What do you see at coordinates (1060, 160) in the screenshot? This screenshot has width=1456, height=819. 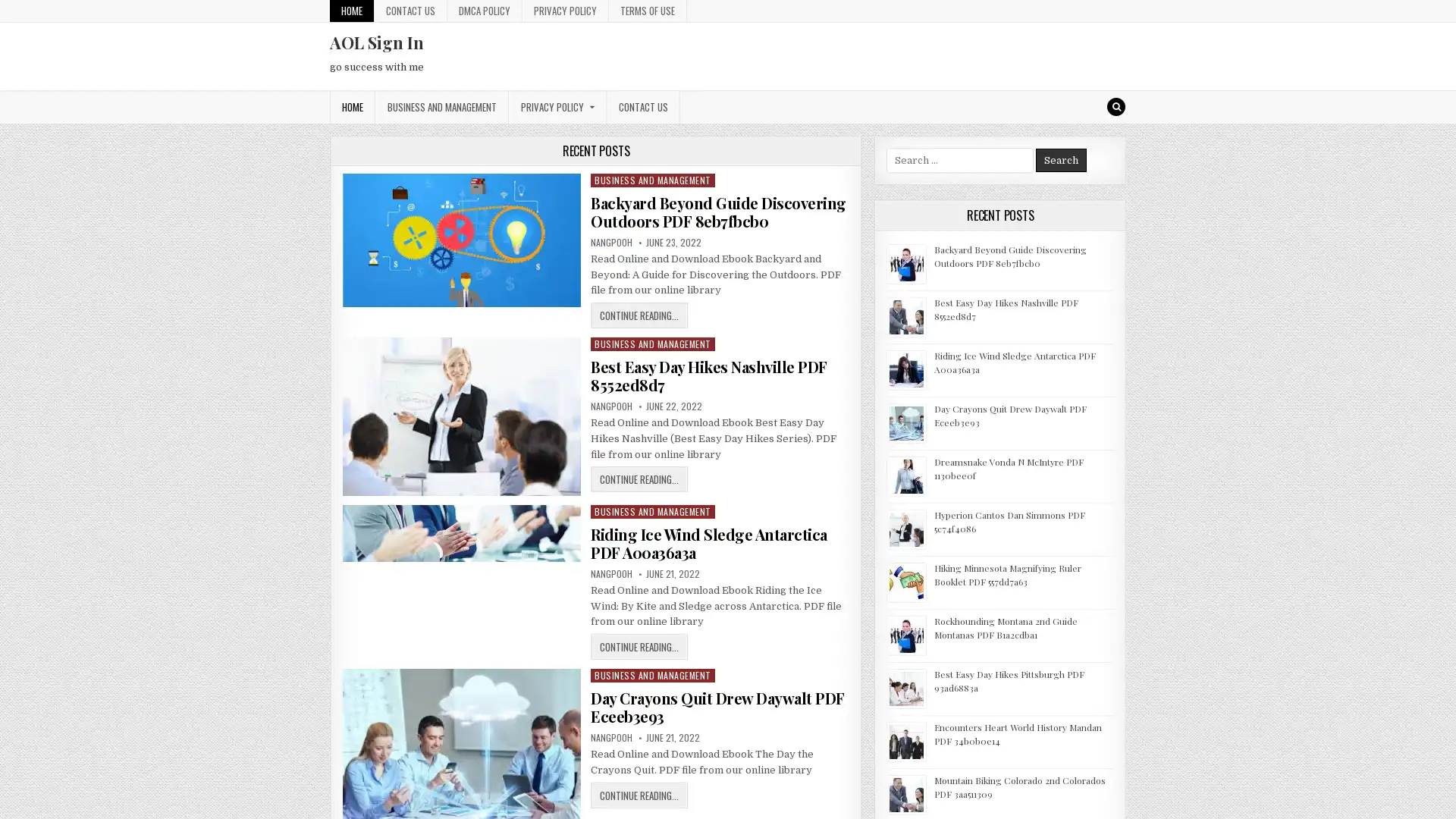 I see `Search` at bounding box center [1060, 160].